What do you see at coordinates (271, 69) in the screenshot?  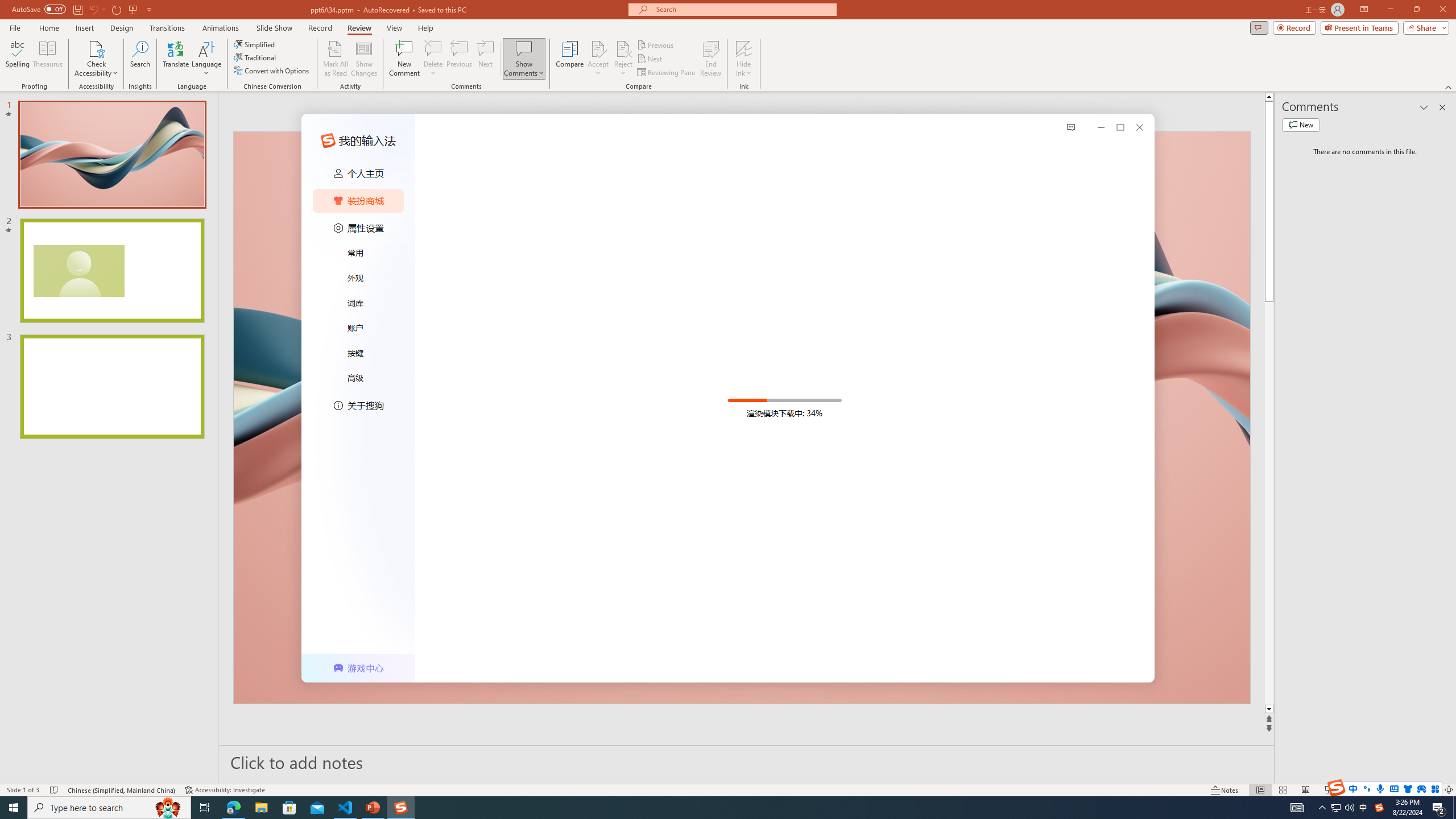 I see `'Convert with Options...'` at bounding box center [271, 69].